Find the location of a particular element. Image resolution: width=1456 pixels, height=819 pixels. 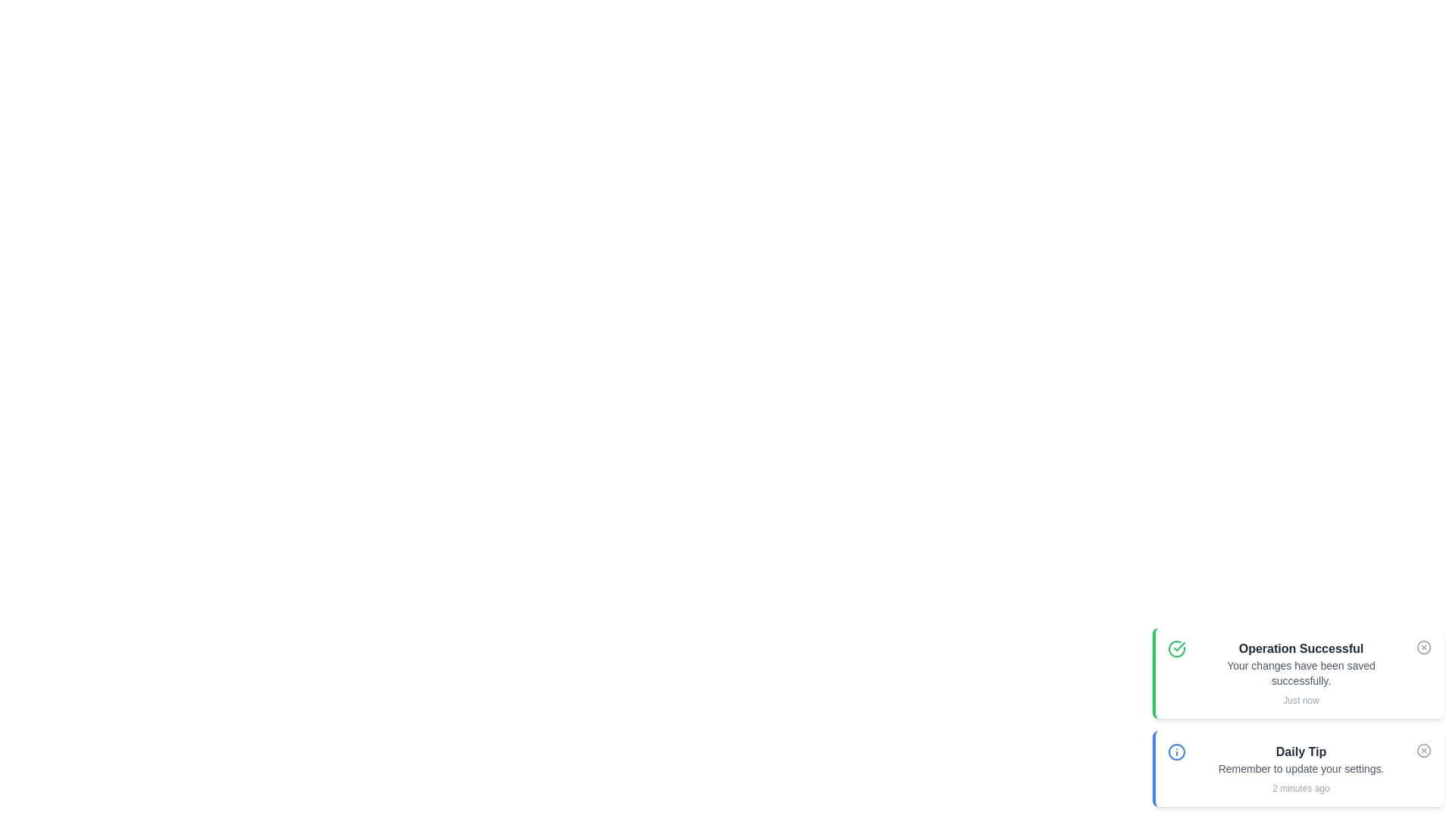

the Circular close button located at the bottom-right corner of the 'Daily Tip' notification card to change its visual state is located at coordinates (1423, 751).